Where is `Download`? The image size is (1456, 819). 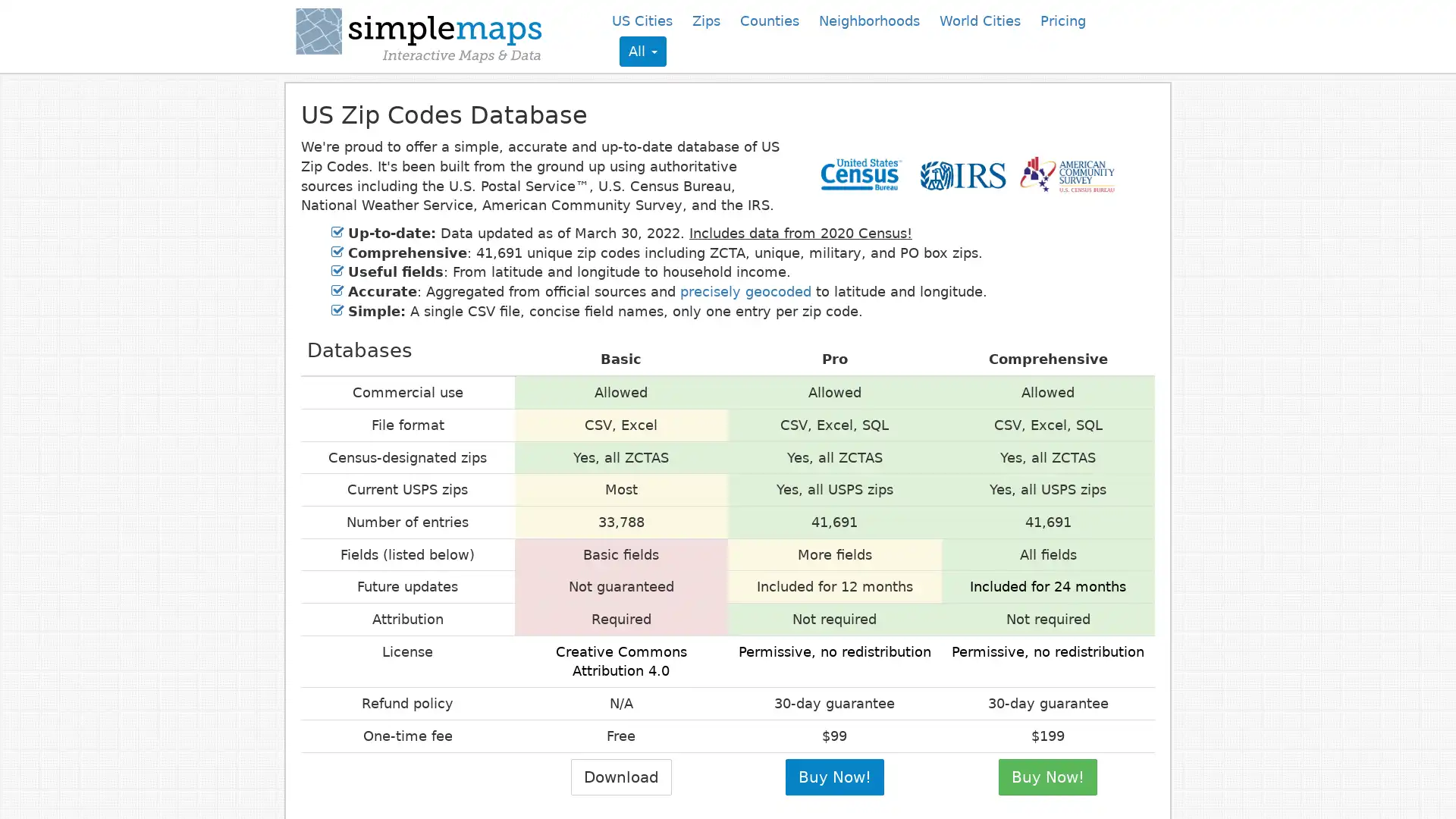 Download is located at coordinates (620, 777).